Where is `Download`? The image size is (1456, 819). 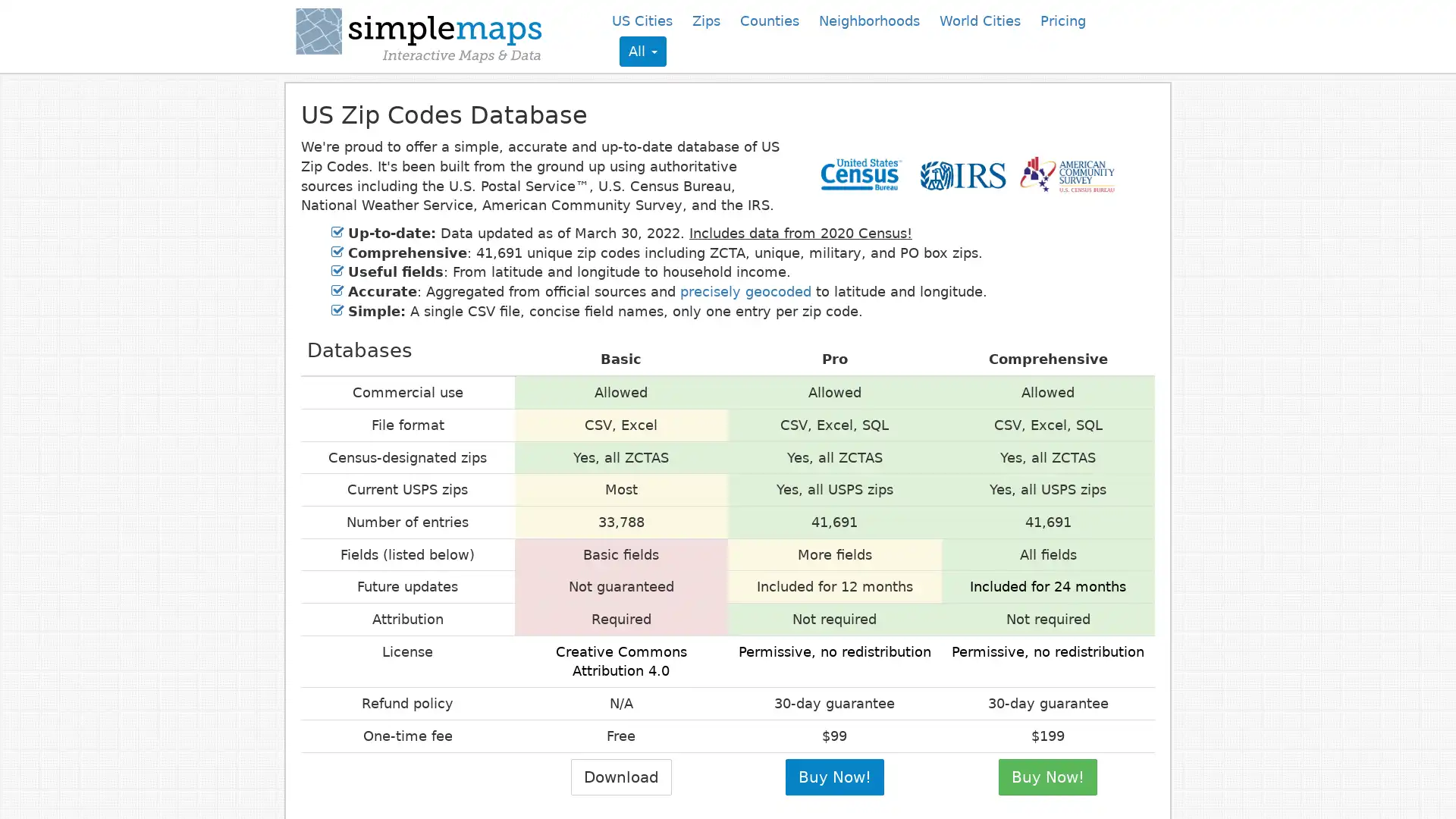 Download is located at coordinates (620, 777).